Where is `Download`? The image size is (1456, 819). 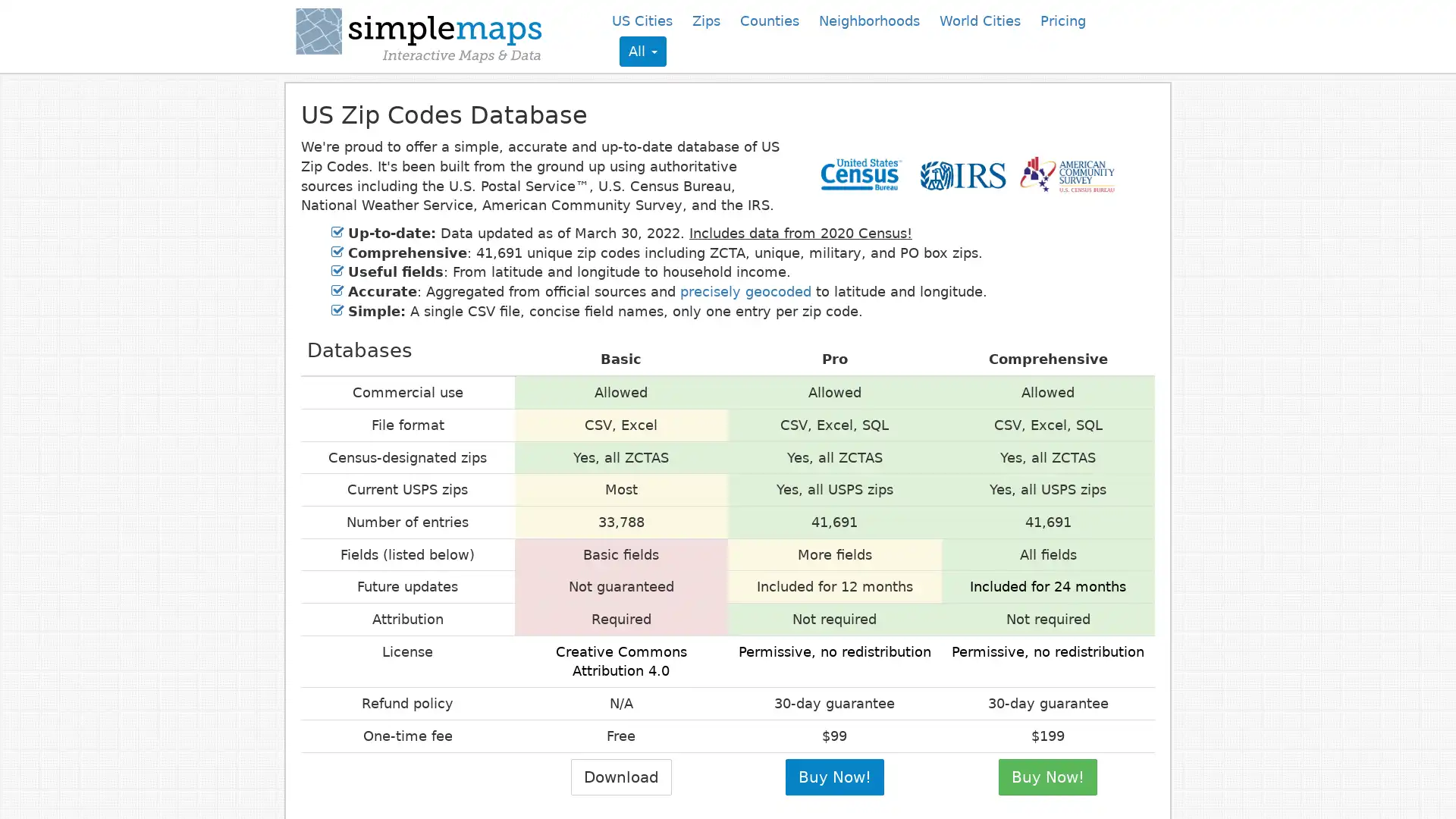 Download is located at coordinates (620, 777).